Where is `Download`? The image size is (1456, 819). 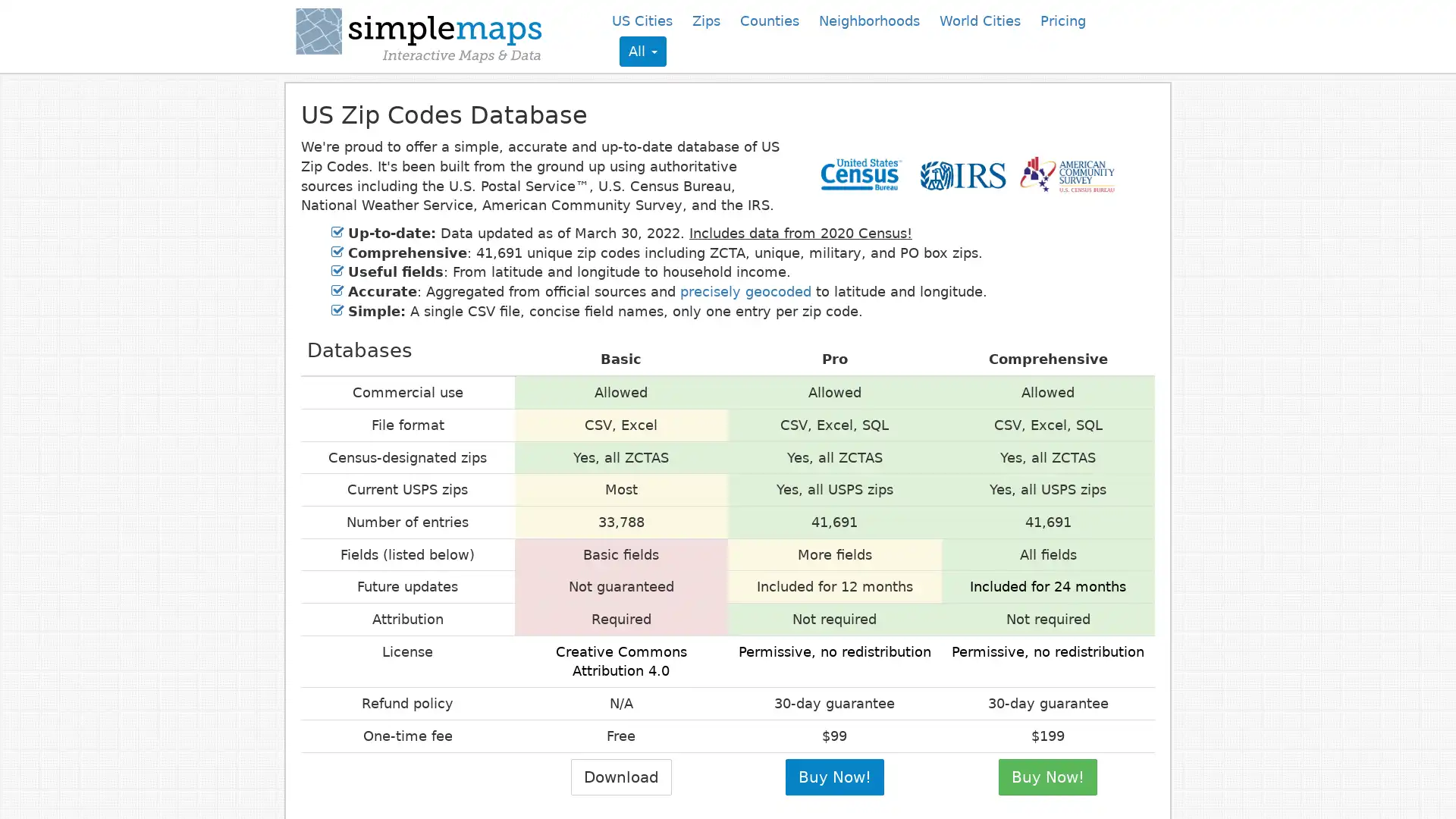 Download is located at coordinates (620, 777).